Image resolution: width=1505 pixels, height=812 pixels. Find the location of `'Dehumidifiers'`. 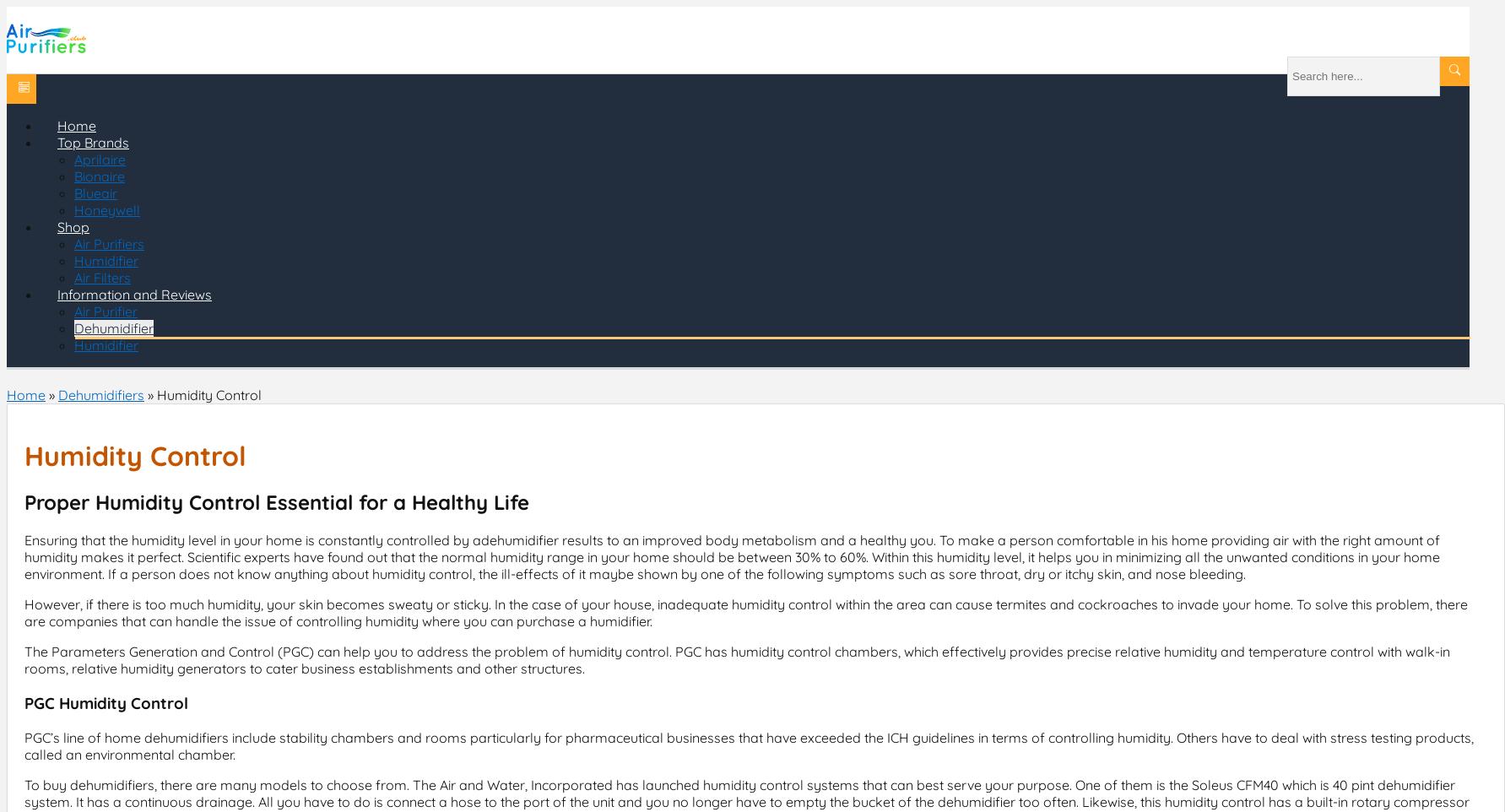

'Dehumidifiers' is located at coordinates (100, 395).